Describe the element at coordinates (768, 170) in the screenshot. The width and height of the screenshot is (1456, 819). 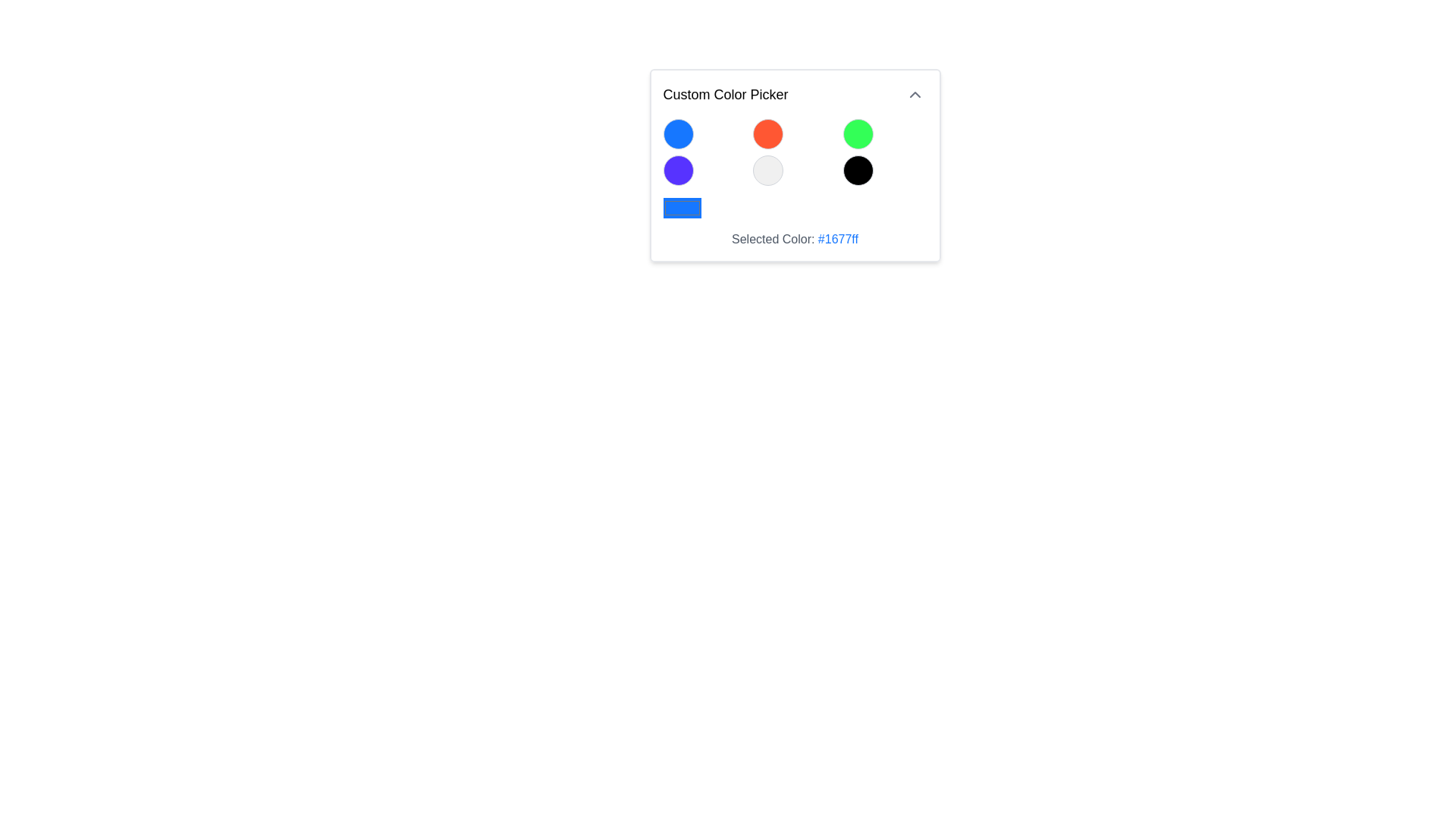
I see `the Interactive Color Selection Circle located in the second row and middle column of the grid layout` at that location.